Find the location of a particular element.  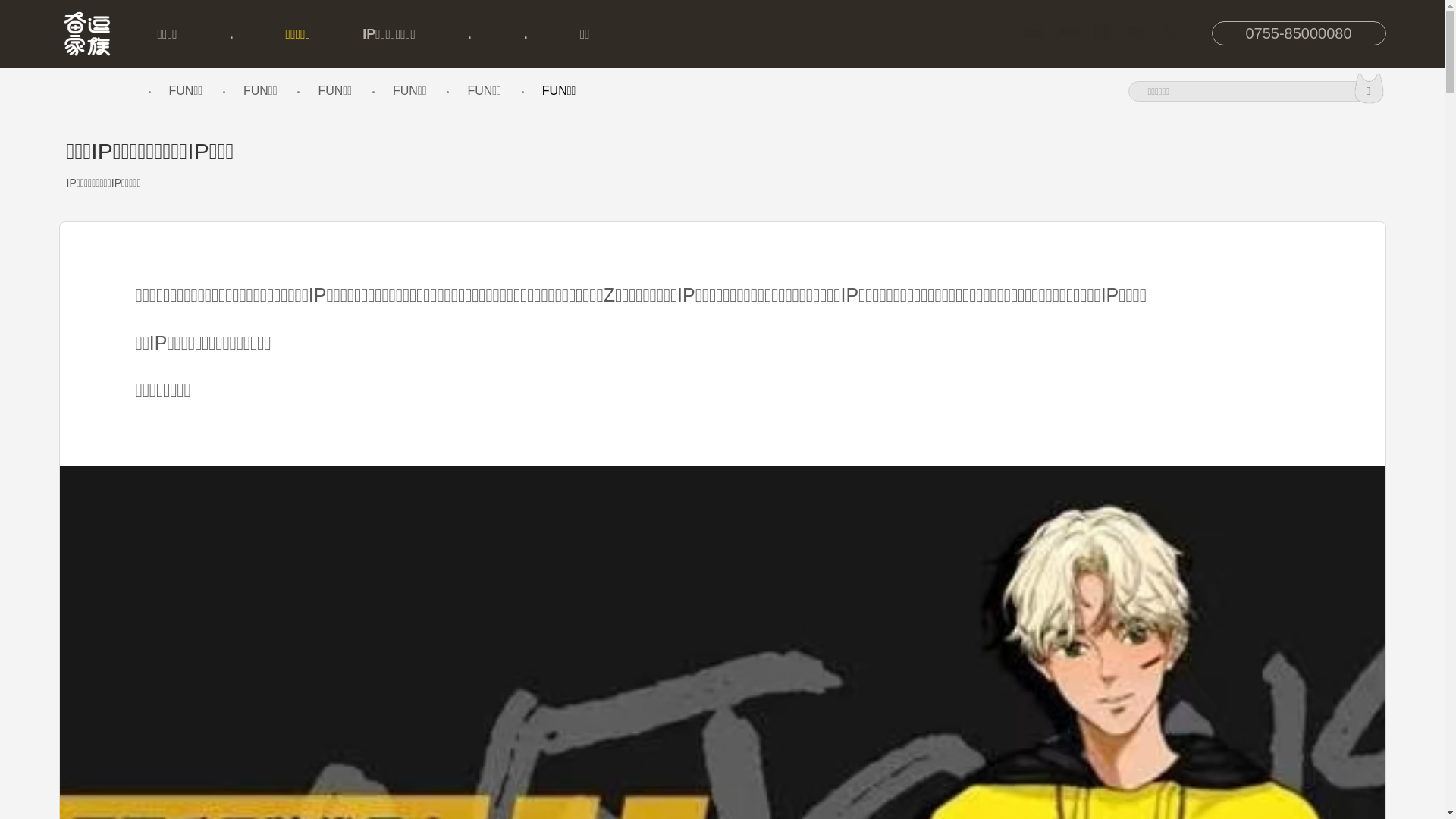

'.' is located at coordinates (469, 34).